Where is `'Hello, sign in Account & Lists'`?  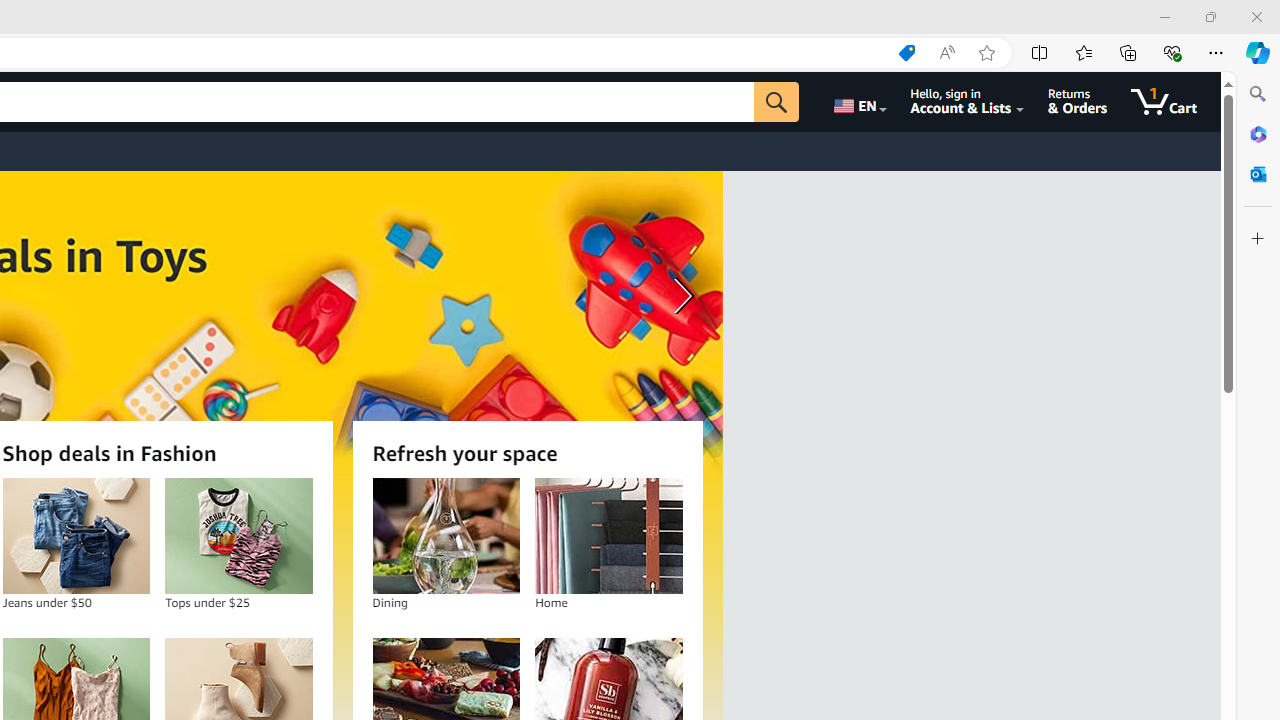
'Hello, sign in Account & Lists' is located at coordinates (967, 101).